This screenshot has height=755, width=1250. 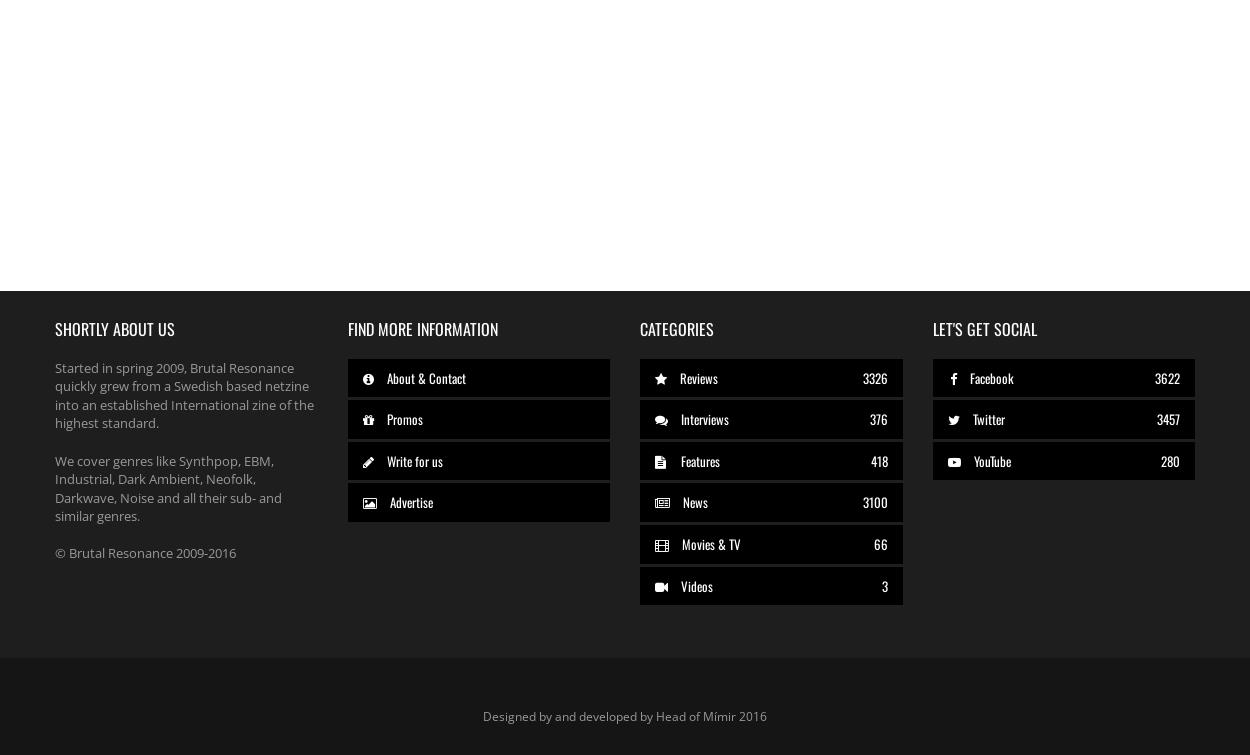 I want to click on '418', so click(x=878, y=459).